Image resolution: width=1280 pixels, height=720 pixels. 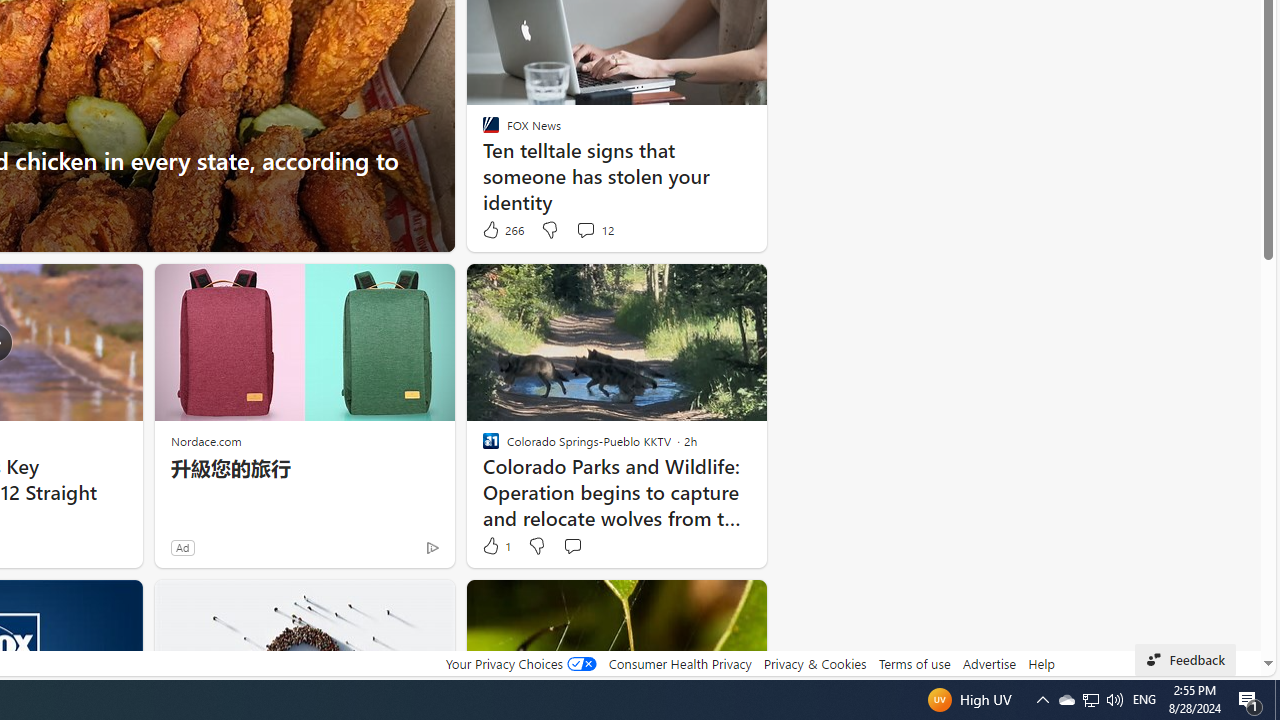 I want to click on 'Advertise', so click(x=990, y=663).